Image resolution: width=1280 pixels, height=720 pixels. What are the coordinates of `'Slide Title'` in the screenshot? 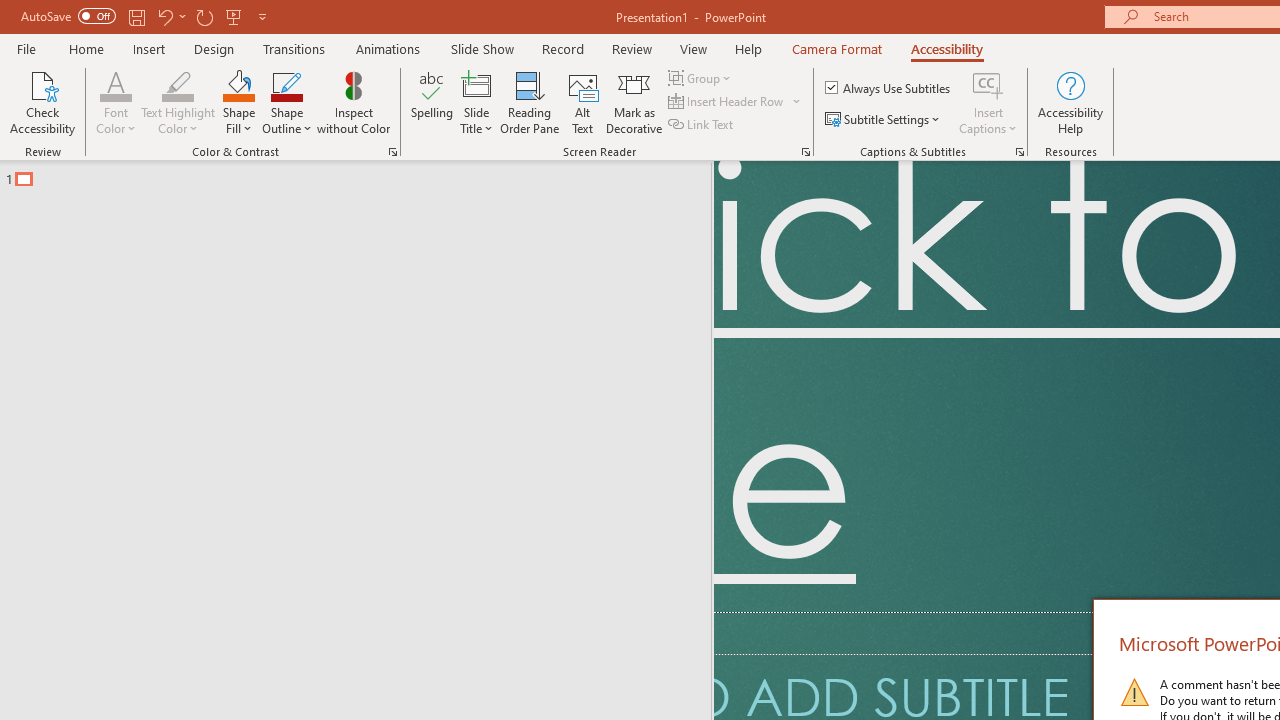 It's located at (475, 84).